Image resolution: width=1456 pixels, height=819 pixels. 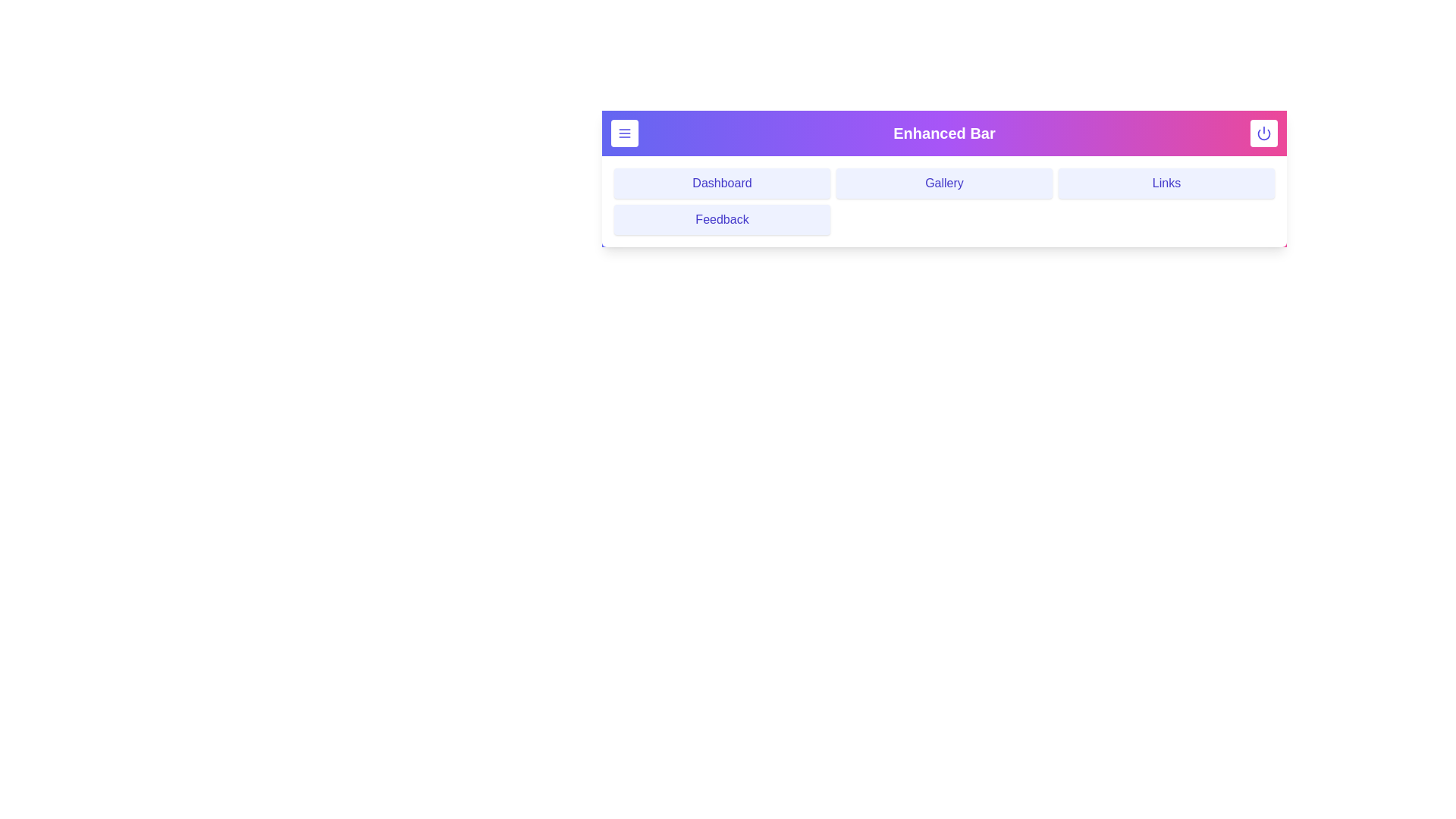 I want to click on the menu button labeled Feedback, so click(x=721, y=219).